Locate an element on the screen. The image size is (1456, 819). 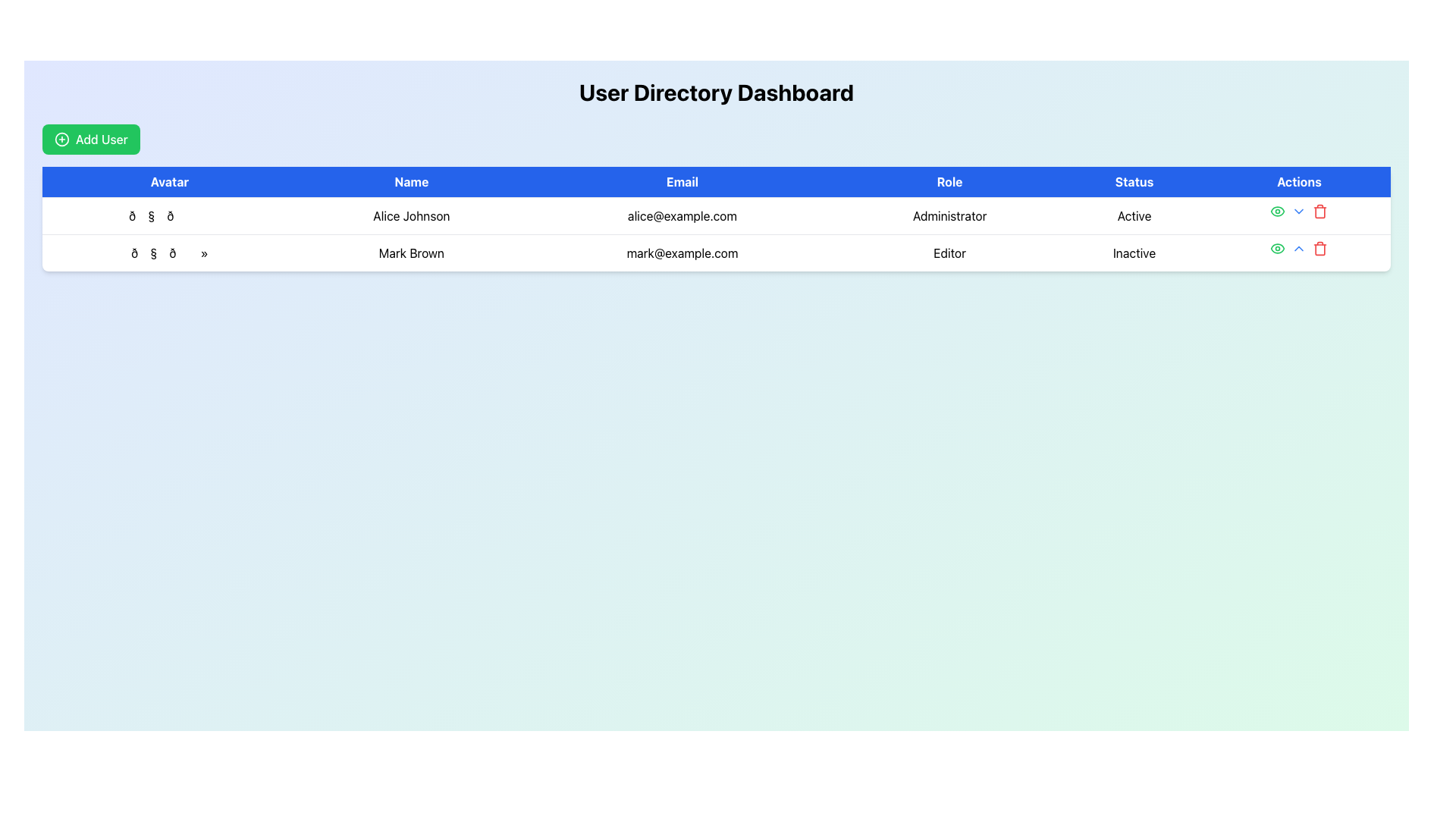
the informational text label displaying the email address of the user in the second row of the table, located in the 'Email' column between the 'Name' and 'Role' columns is located at coordinates (682, 252).